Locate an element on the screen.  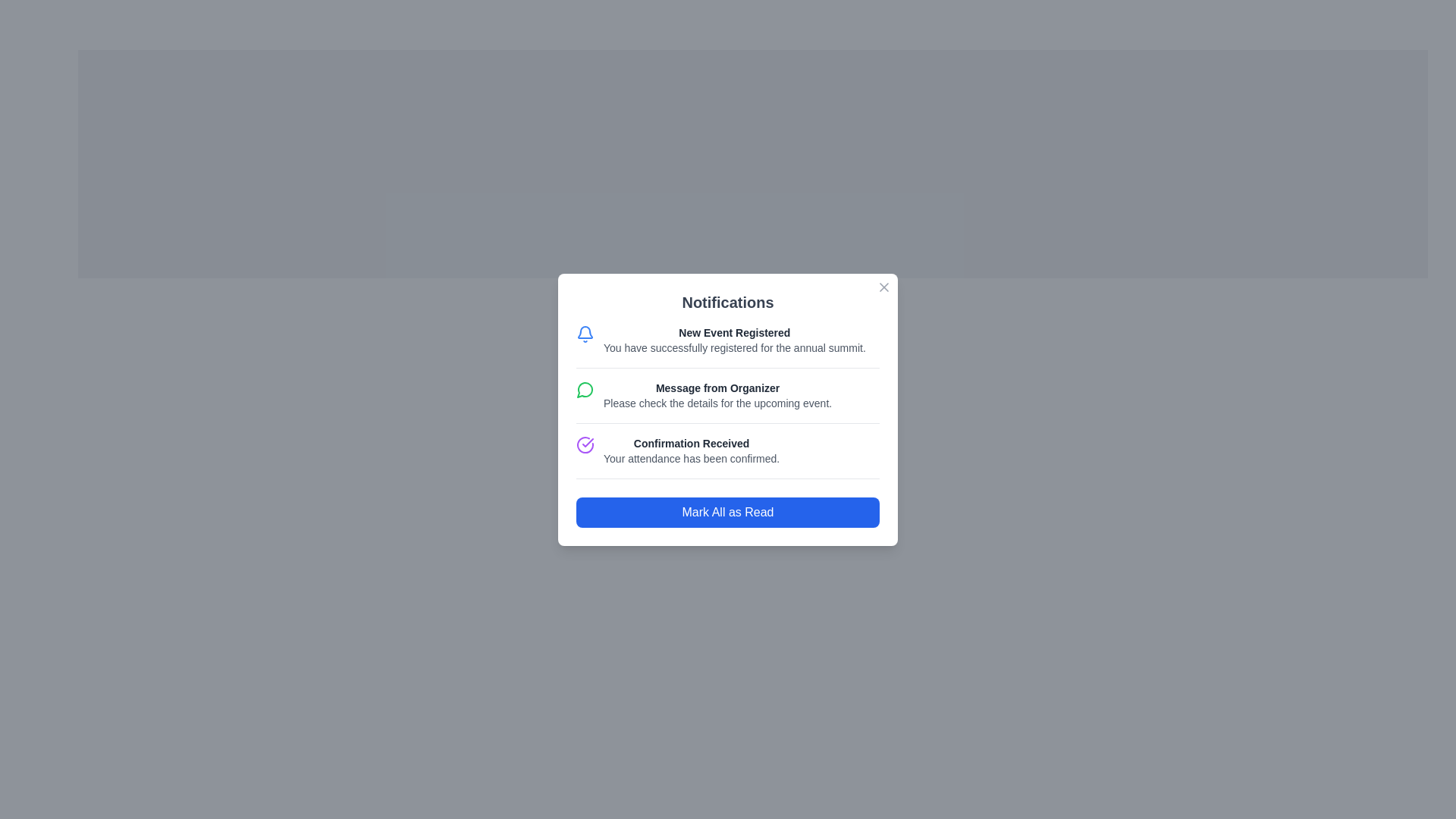
the button at the bottom of the notification modal dialog to mark all notifications as read is located at coordinates (728, 512).